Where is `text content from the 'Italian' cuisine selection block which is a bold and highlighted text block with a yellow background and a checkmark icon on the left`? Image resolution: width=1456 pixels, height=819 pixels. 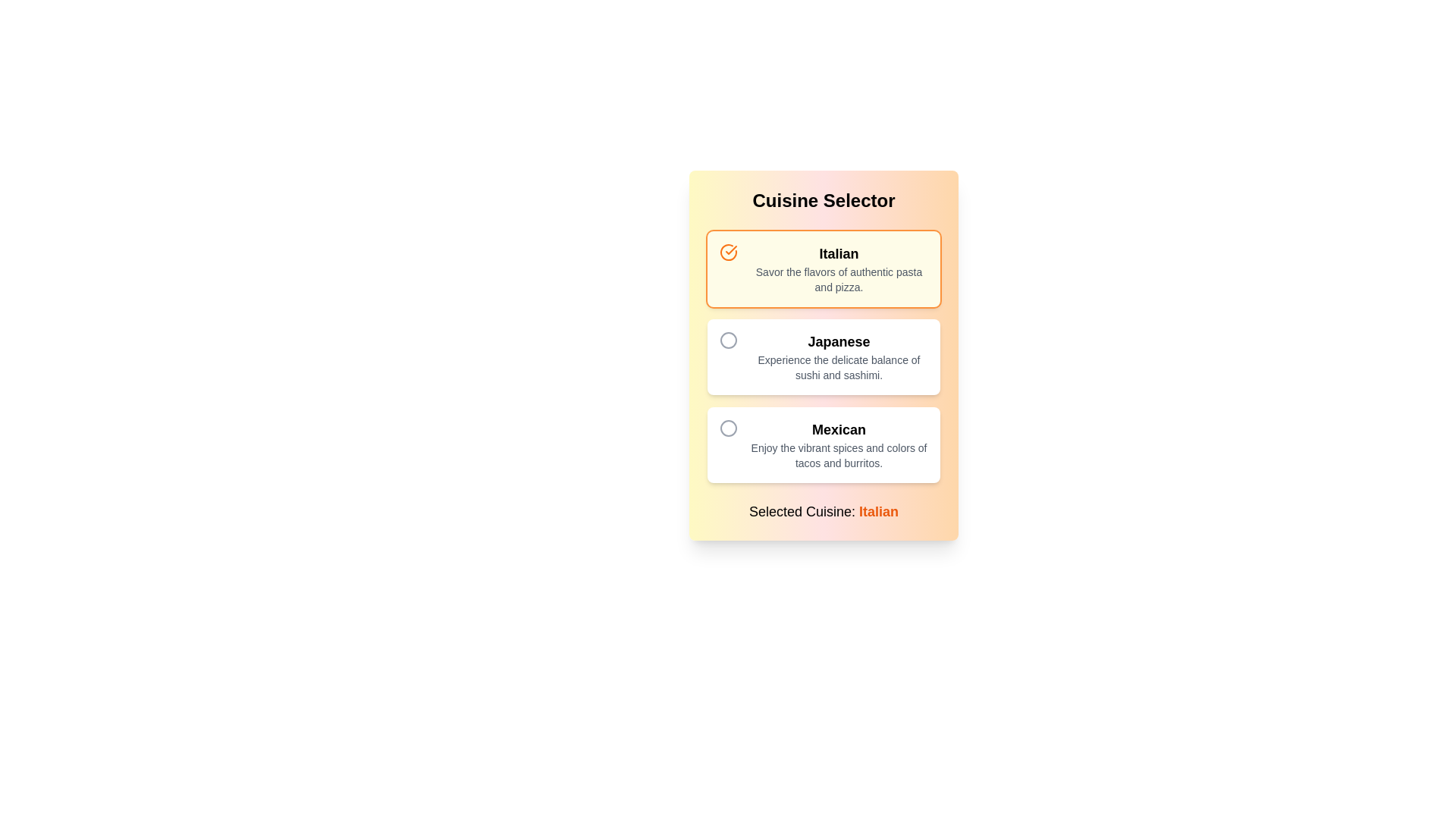 text content from the 'Italian' cuisine selection block which is a bold and highlighted text block with a yellow background and a checkmark icon on the left is located at coordinates (838, 268).